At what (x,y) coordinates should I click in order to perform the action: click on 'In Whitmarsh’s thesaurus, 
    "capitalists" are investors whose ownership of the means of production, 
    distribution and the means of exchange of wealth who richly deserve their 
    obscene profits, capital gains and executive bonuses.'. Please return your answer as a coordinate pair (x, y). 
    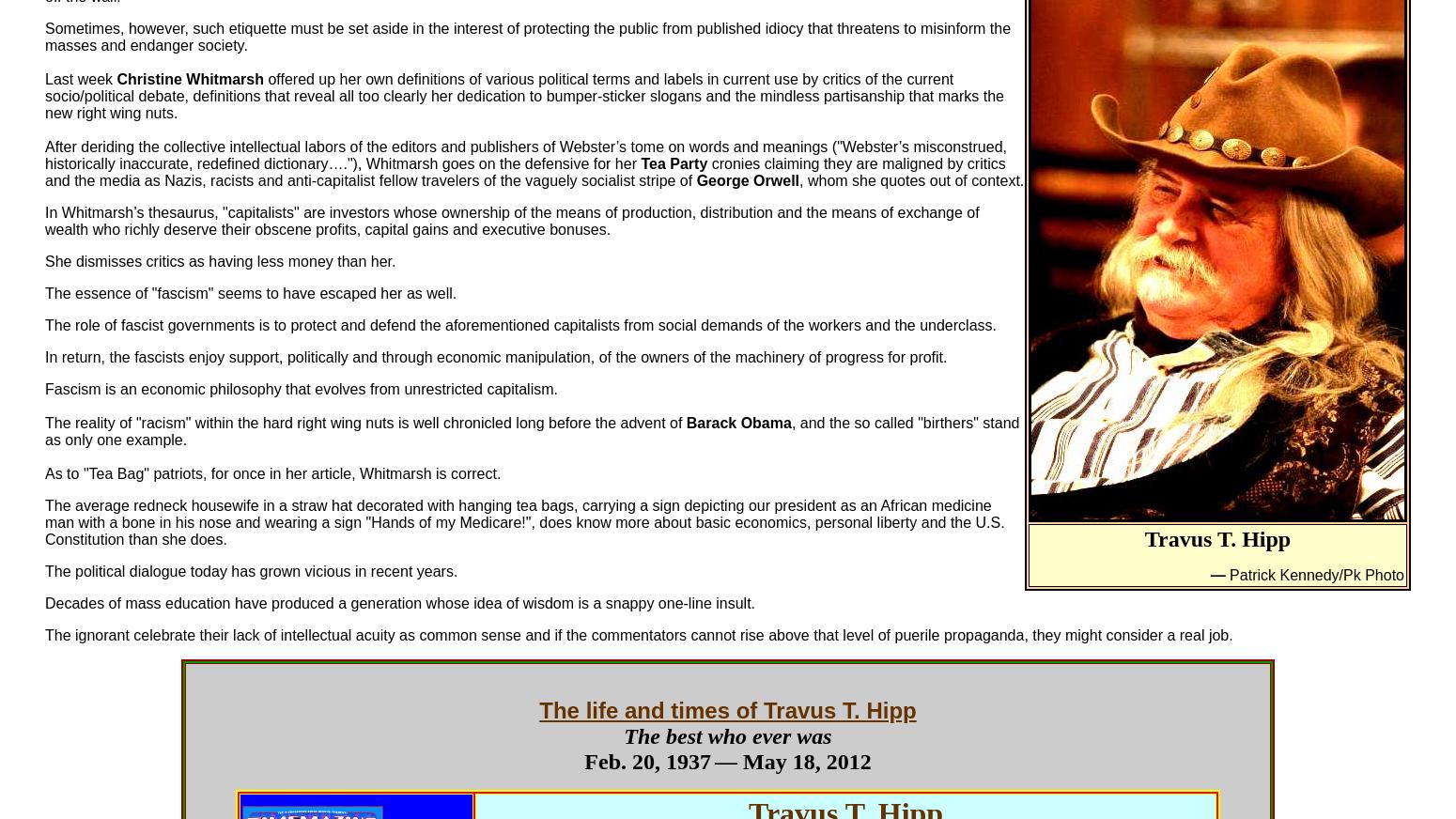
    Looking at the image, I should click on (511, 220).